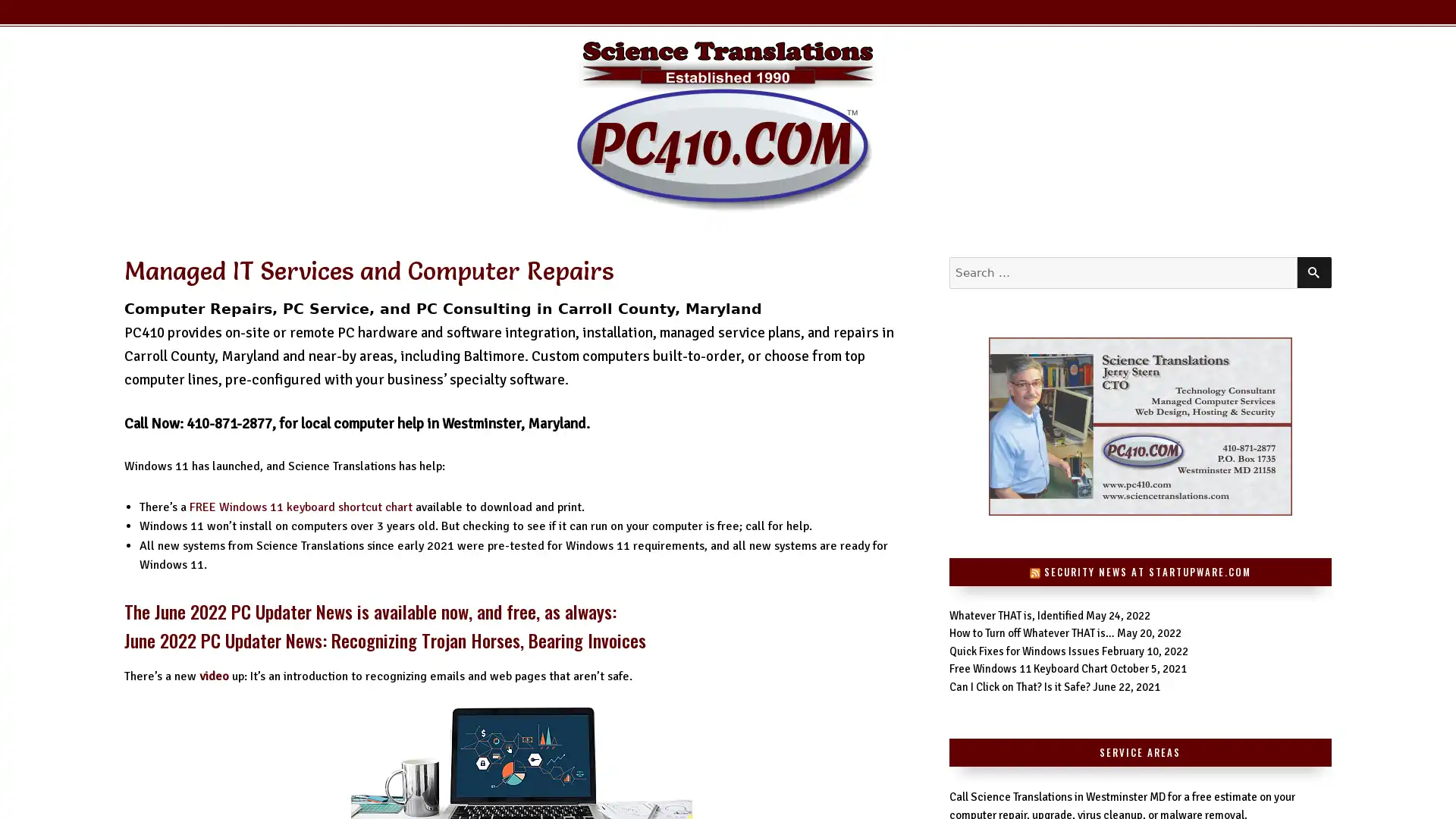  What do you see at coordinates (1313, 271) in the screenshot?
I see `SEARCH` at bounding box center [1313, 271].